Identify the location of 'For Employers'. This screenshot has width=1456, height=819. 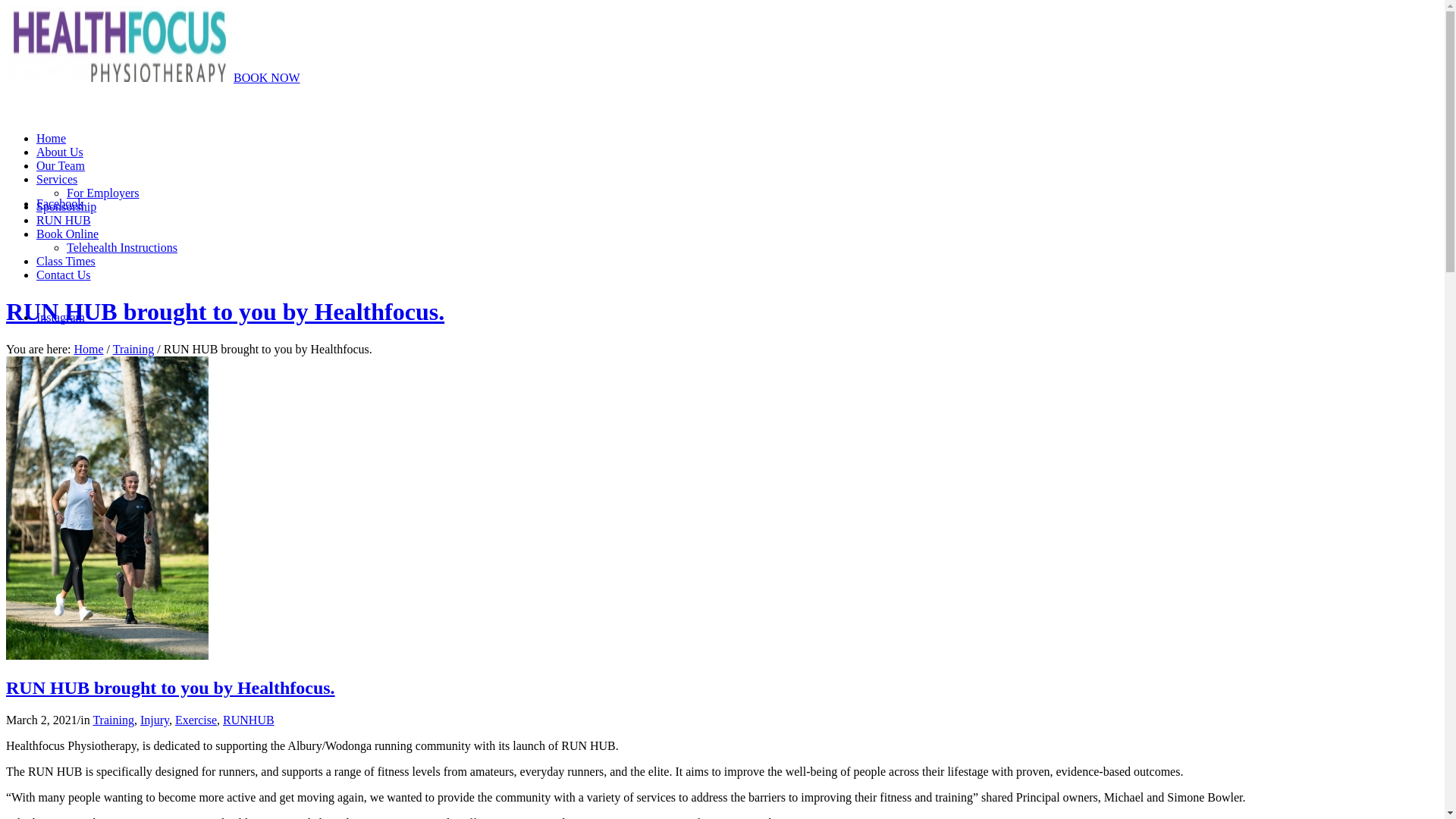
(102, 192).